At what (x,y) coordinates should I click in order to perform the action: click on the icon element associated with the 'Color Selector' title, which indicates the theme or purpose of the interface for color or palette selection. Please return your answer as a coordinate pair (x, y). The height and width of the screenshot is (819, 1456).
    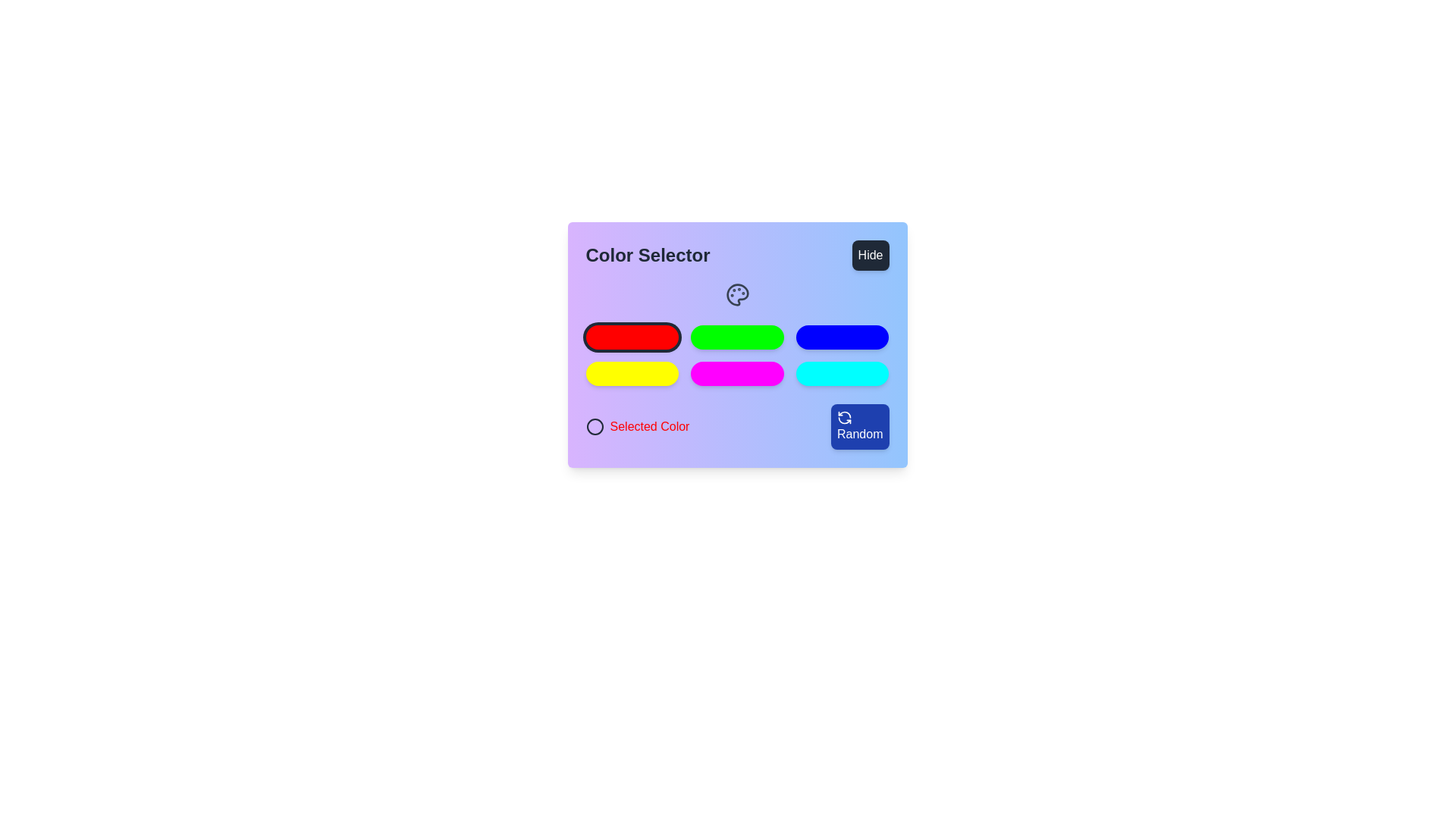
    Looking at the image, I should click on (737, 295).